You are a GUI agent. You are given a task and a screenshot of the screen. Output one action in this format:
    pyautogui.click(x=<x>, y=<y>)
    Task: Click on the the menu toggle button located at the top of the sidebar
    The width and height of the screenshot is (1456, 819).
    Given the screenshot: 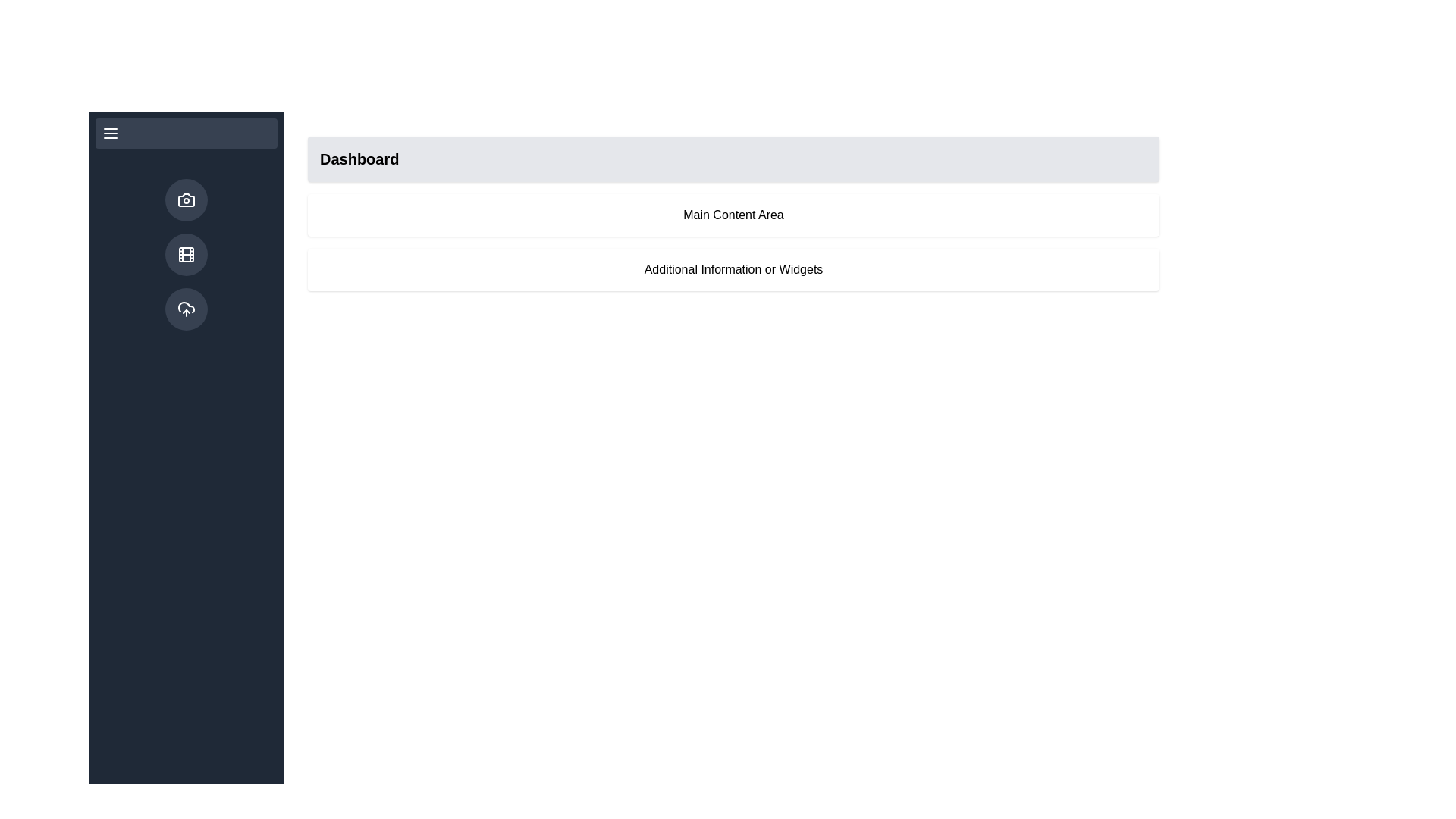 What is the action you would take?
    pyautogui.click(x=185, y=133)
    